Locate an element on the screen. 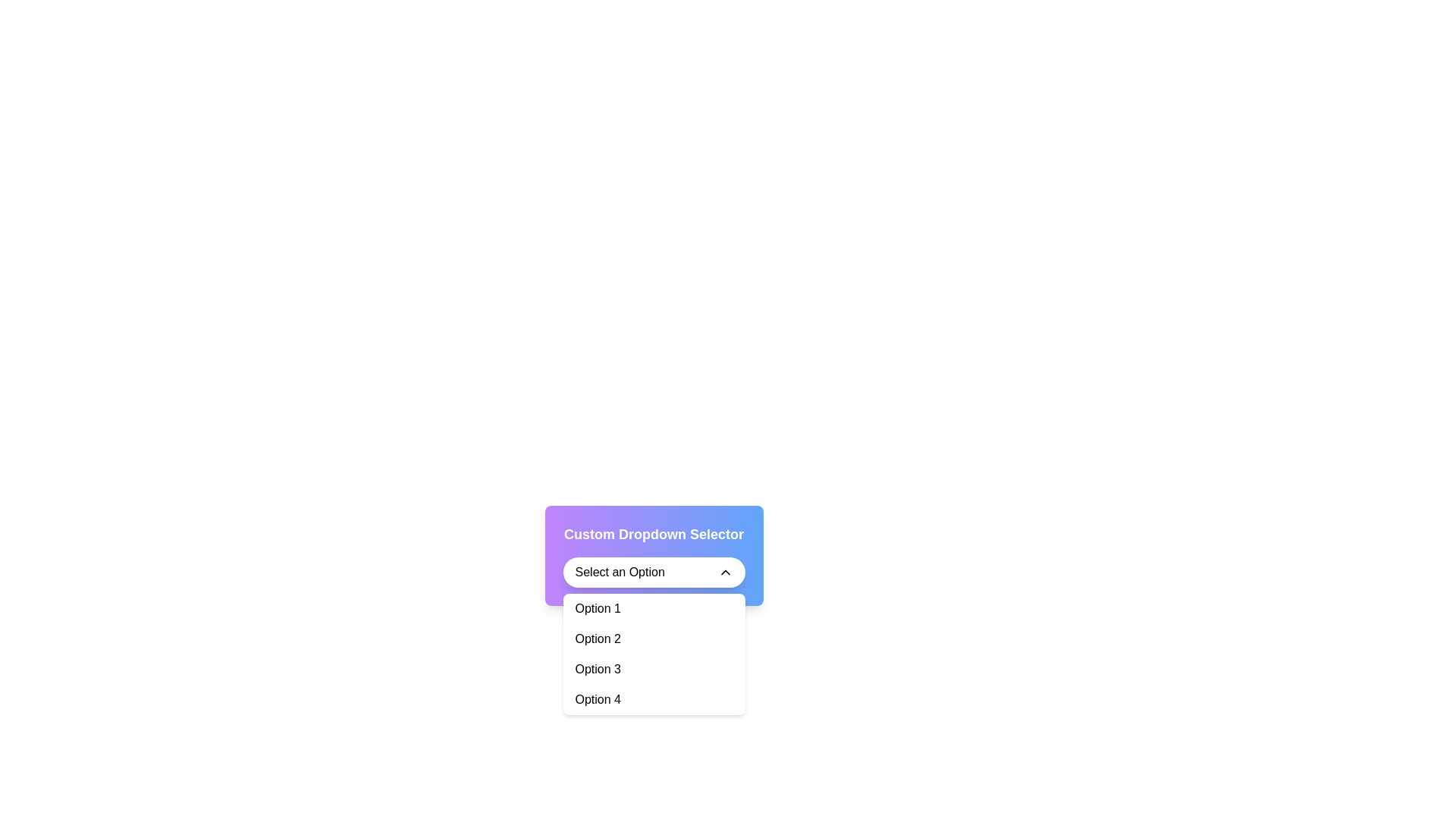  the first option 'Option 1' in the dropdown menu is located at coordinates (654, 607).